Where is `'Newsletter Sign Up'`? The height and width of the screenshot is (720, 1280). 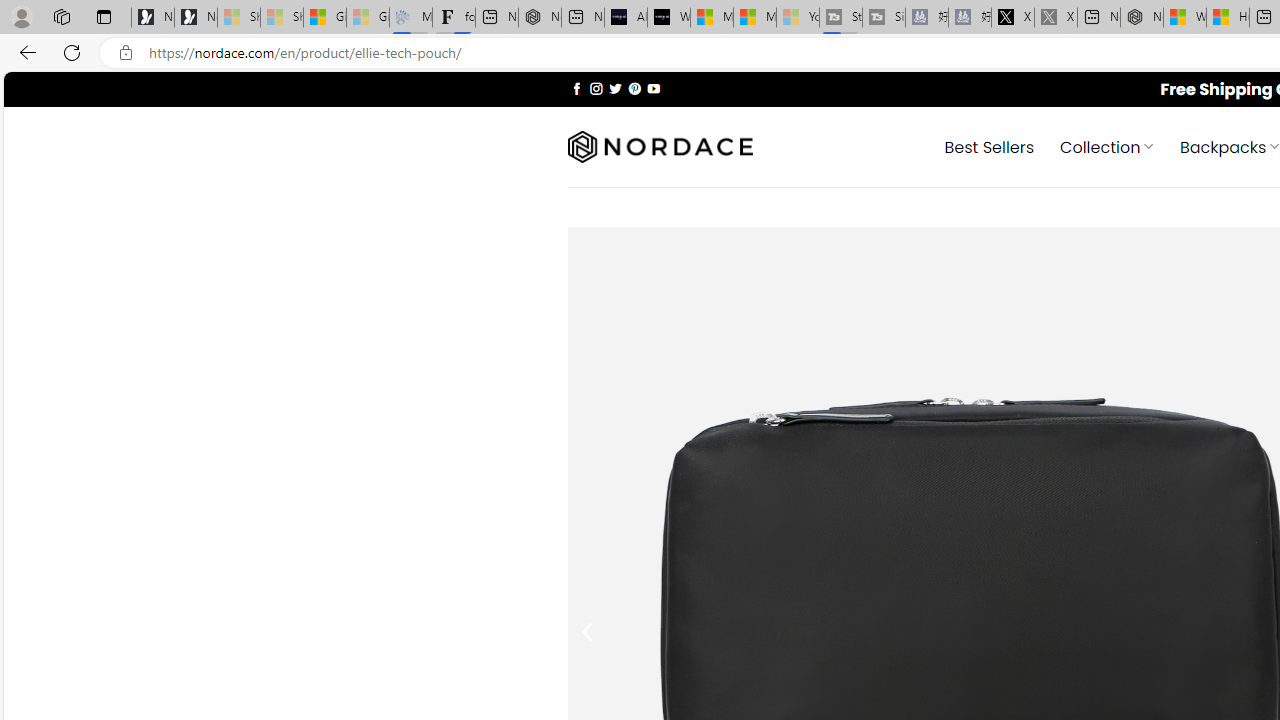 'Newsletter Sign Up' is located at coordinates (196, 17).